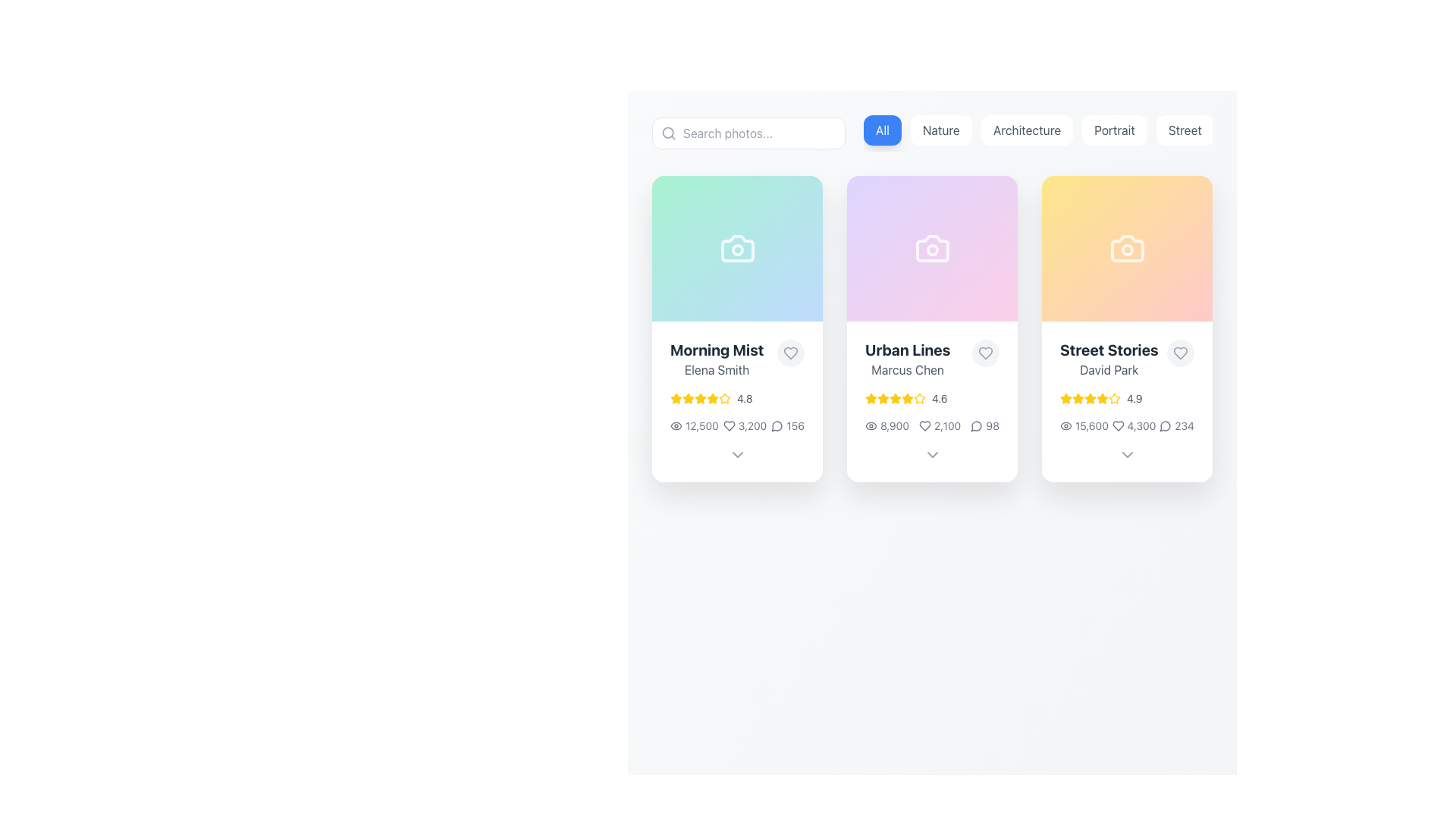  Describe the element at coordinates (737, 247) in the screenshot. I see `the Decorative icon located at the central upper portion of the 'Morning Mist' card, which is part of a gallery of cards` at that location.